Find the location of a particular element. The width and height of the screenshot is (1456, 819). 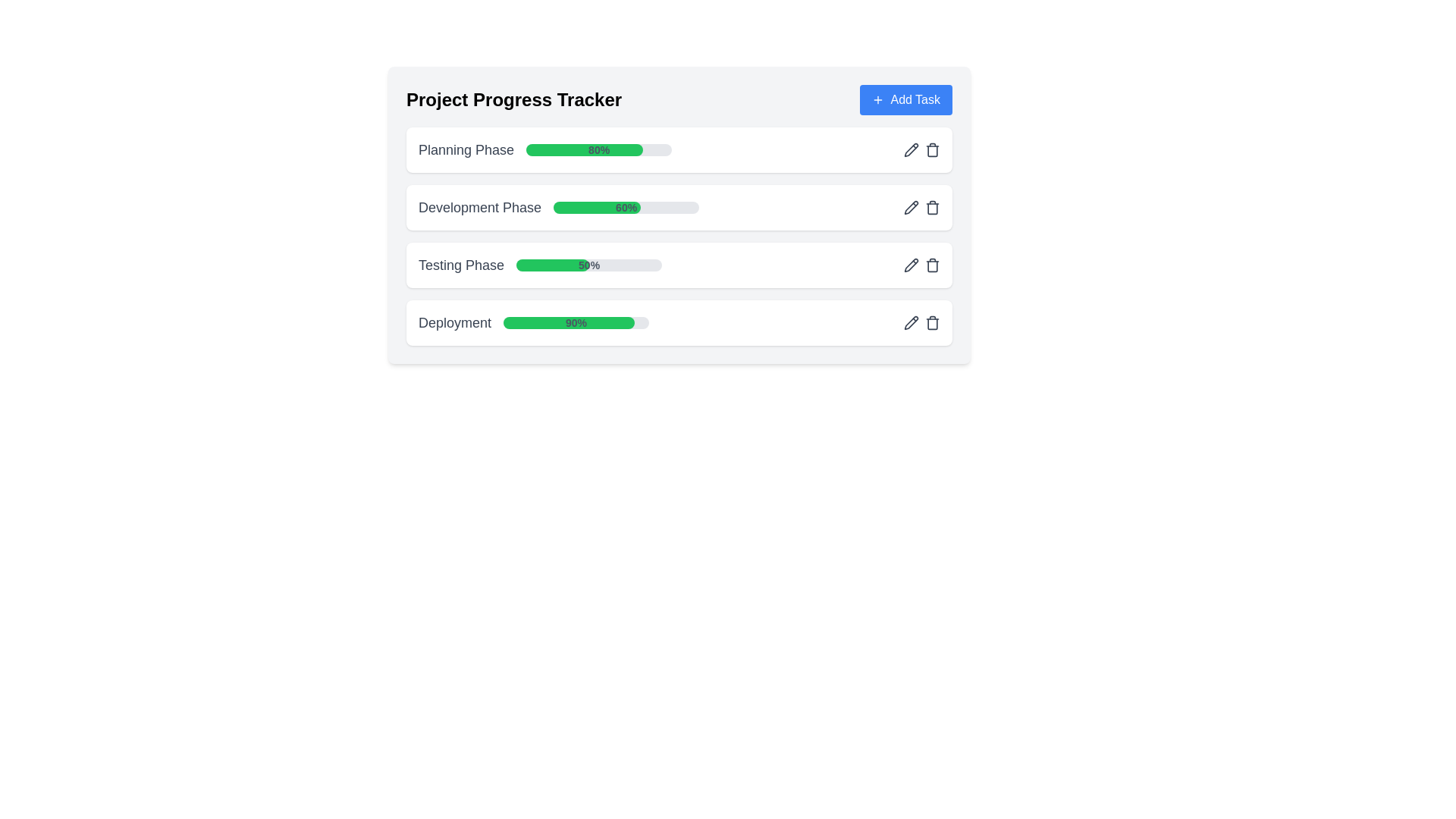

the 'Edit Task' button located in the control section of a task row, to the left of the delete icon, to modify the associated task is located at coordinates (910, 322).